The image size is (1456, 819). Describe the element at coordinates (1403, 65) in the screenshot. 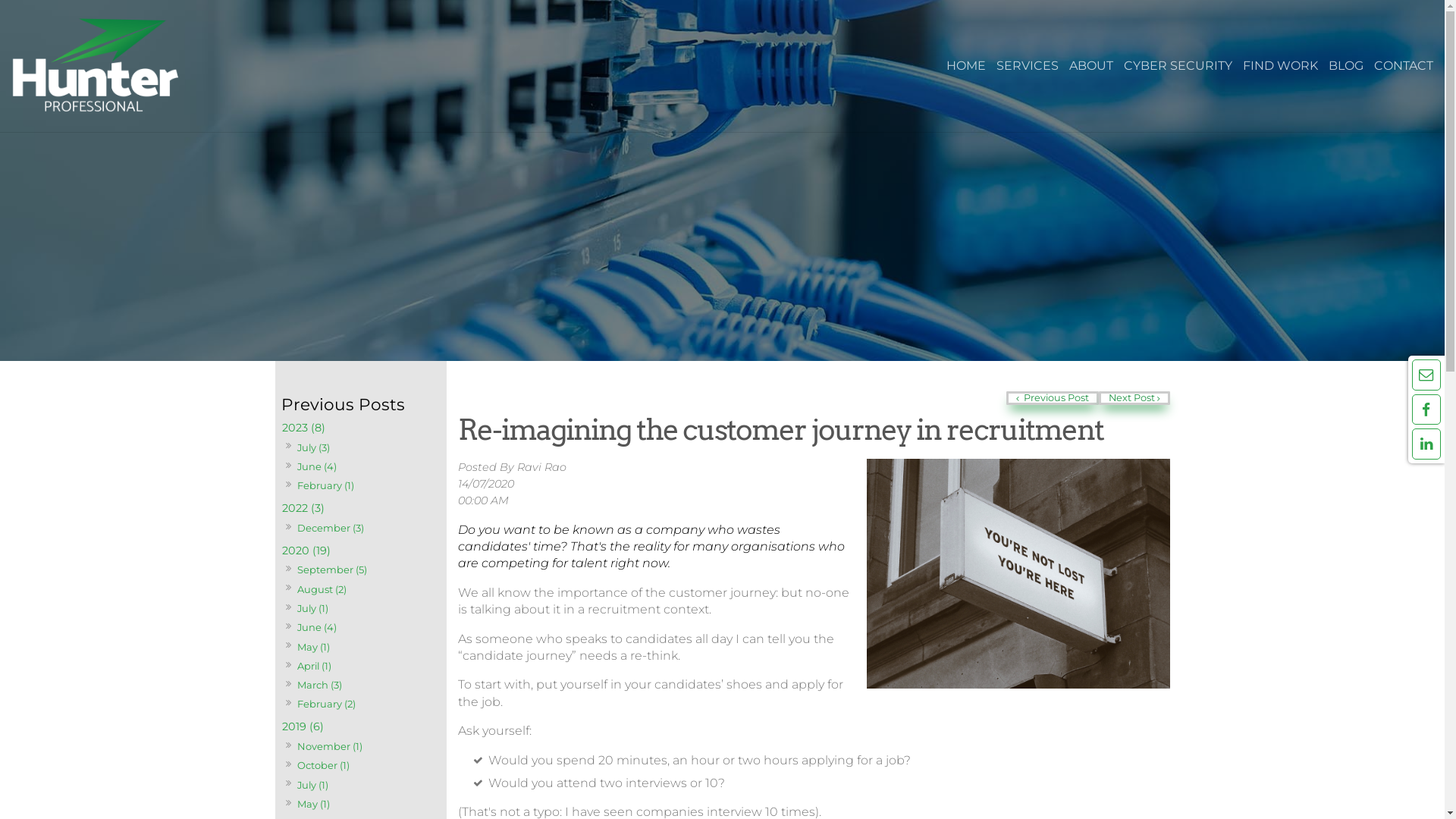

I see `'CONTACT'` at that location.